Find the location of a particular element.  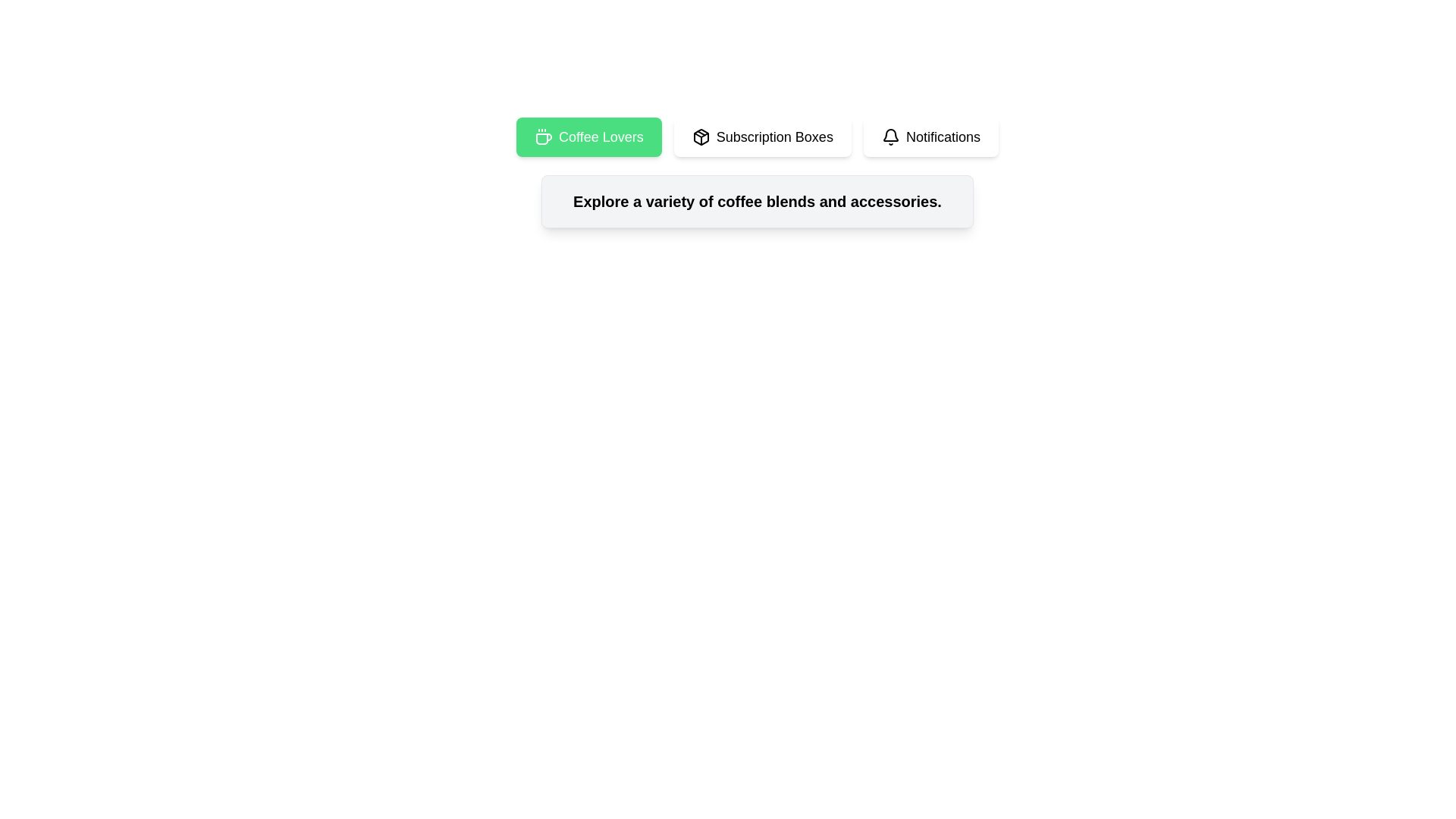

the 'Subscription Boxes' button, which is the second button in a row of three is located at coordinates (762, 137).